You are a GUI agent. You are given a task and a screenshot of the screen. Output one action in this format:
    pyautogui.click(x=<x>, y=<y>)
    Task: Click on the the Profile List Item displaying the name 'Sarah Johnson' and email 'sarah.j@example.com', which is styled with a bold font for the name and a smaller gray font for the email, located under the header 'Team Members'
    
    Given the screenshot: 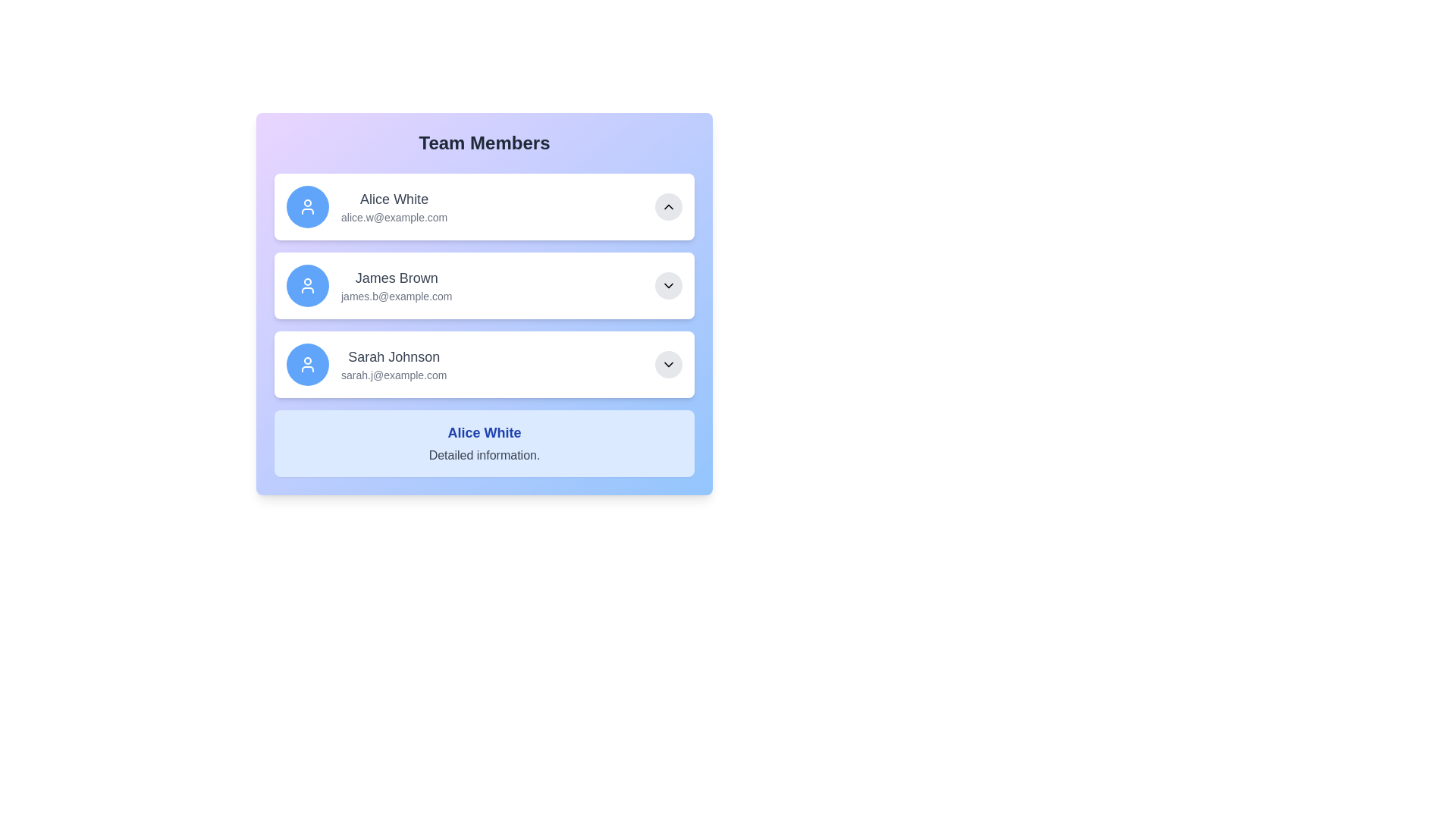 What is the action you would take?
    pyautogui.click(x=366, y=365)
    